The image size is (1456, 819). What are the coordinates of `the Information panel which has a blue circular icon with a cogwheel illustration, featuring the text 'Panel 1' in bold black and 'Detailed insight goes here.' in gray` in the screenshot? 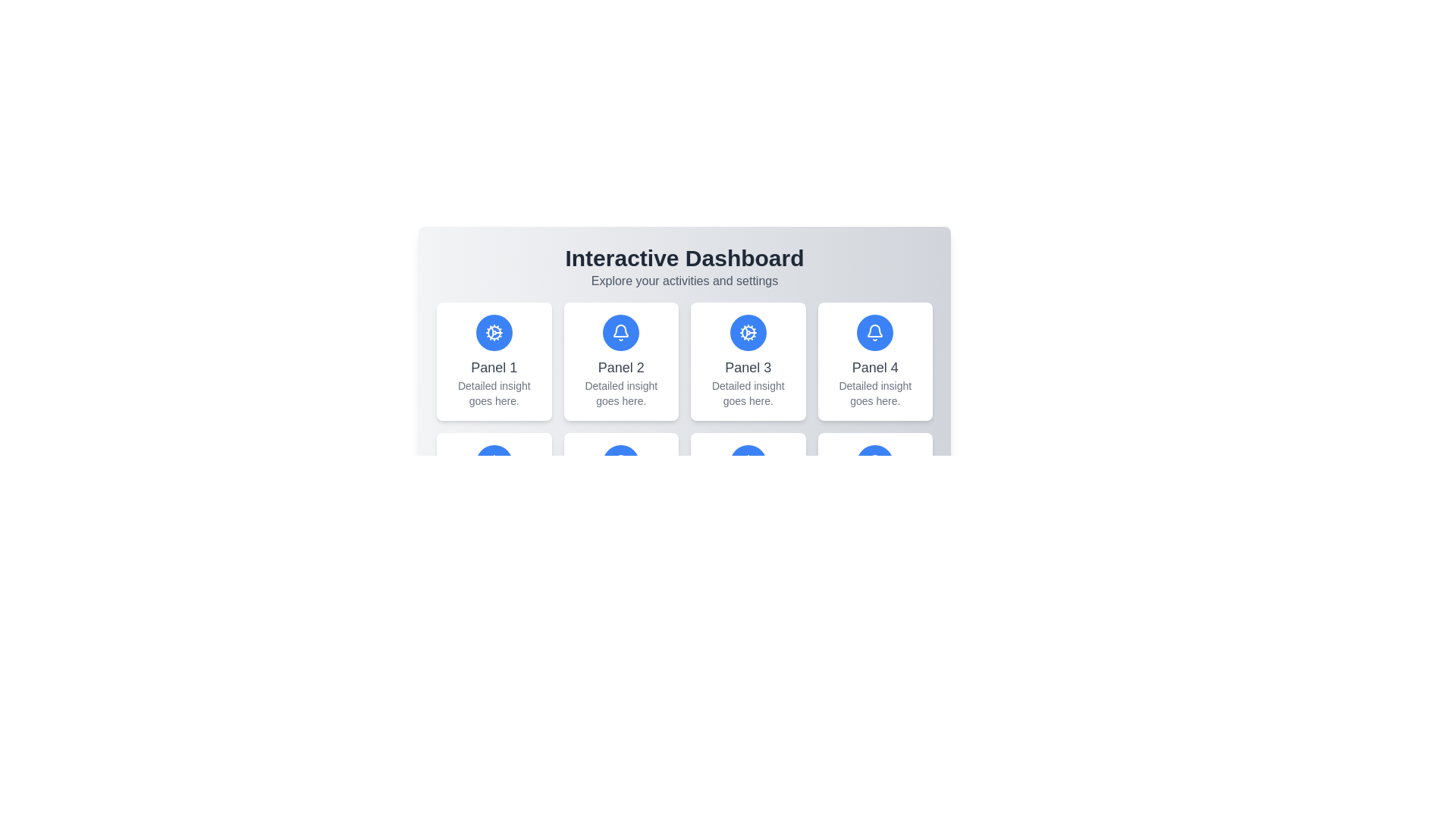 It's located at (494, 362).